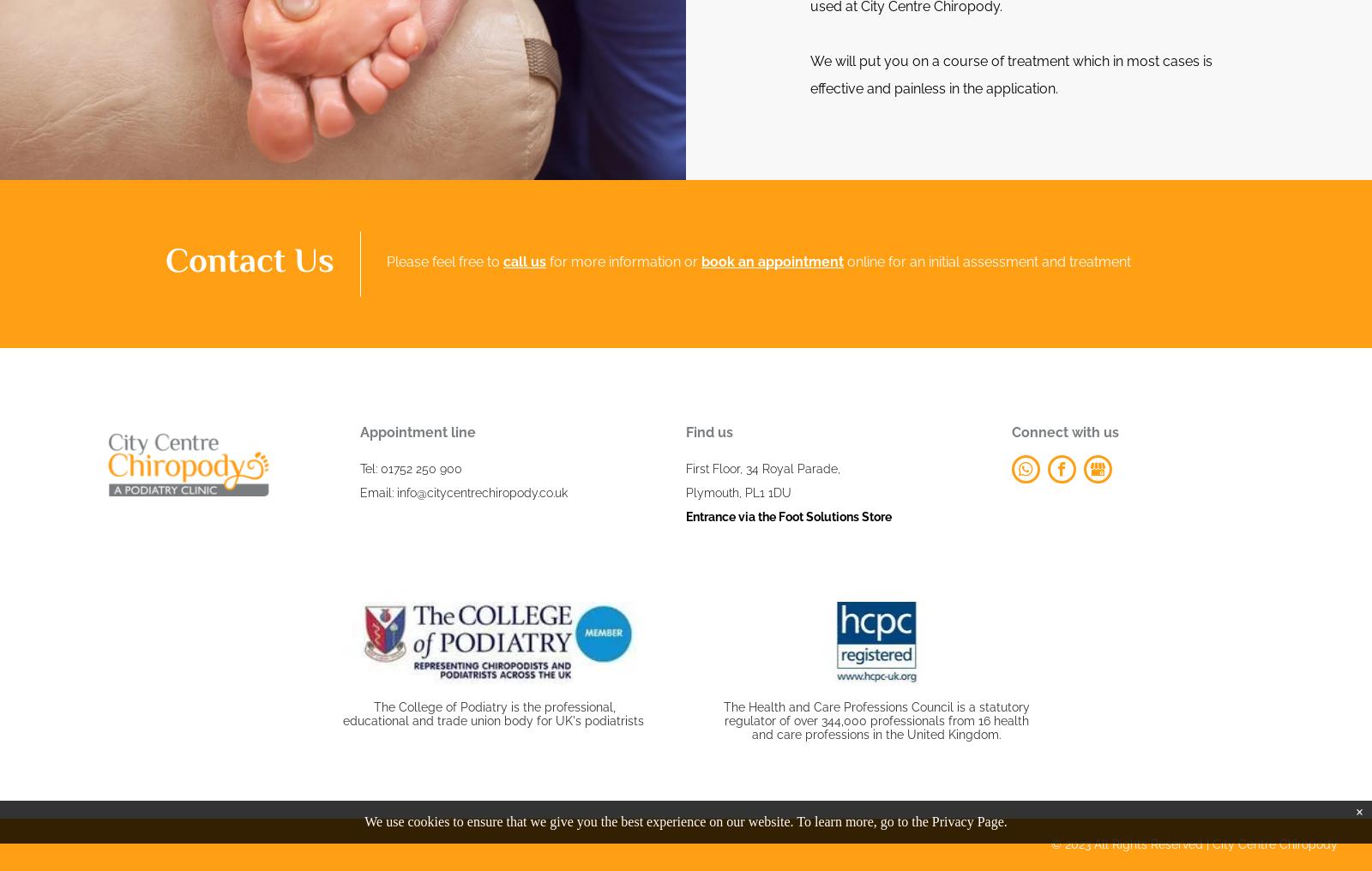 The height and width of the screenshot is (871, 1372). I want to click on '@citycentrechiropody.co.uk', so click(493, 492).